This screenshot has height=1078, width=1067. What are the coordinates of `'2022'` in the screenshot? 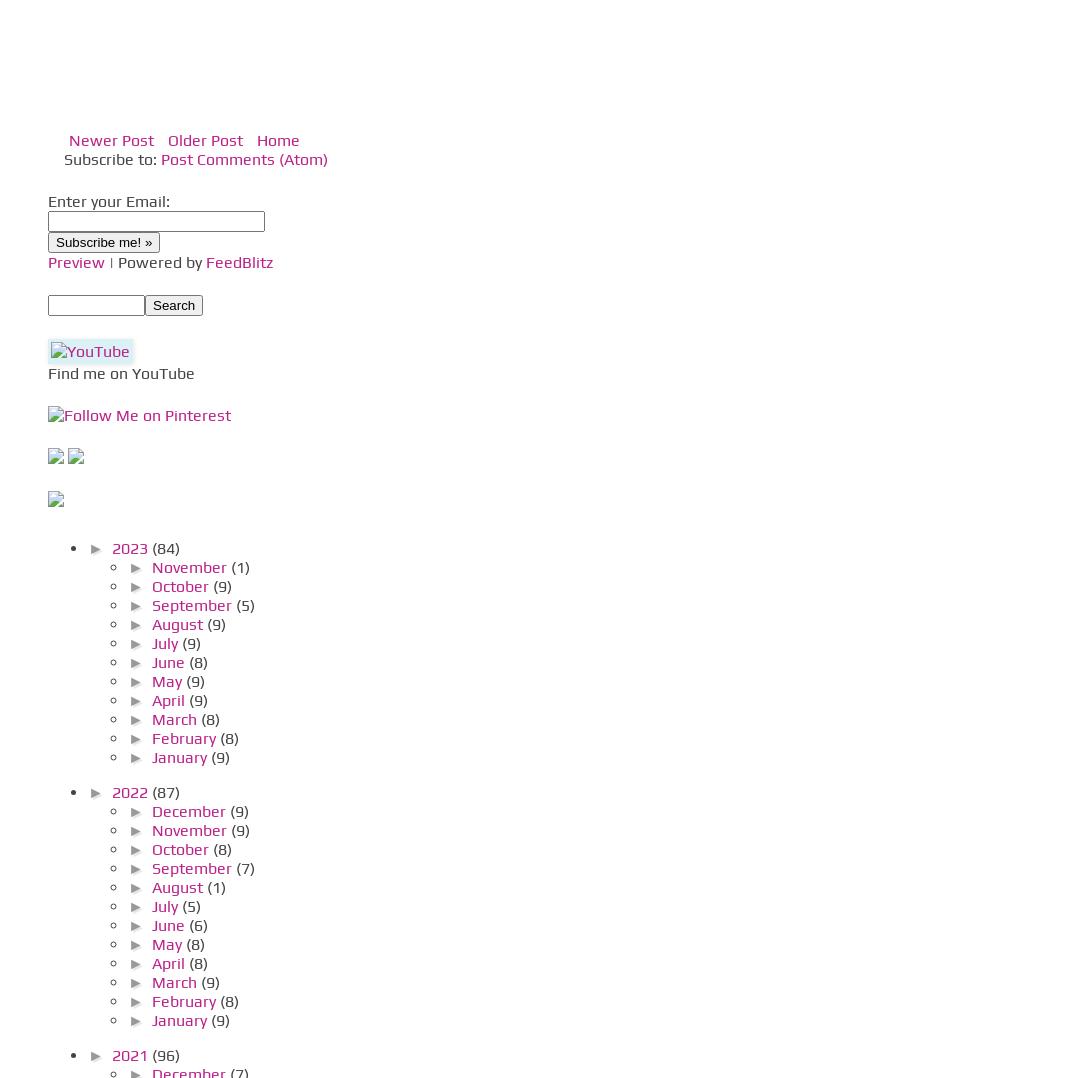 It's located at (130, 791).